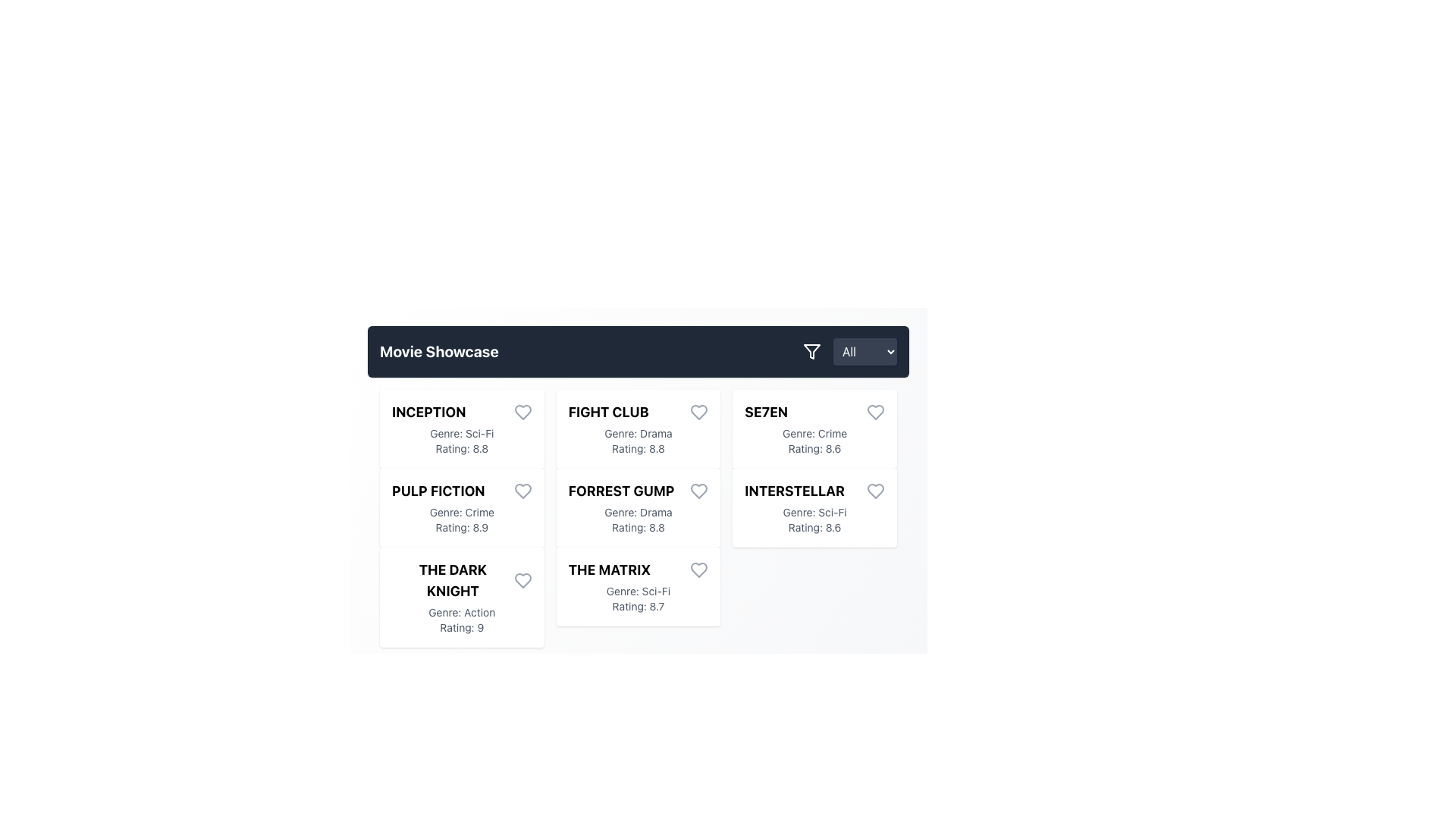 Image resolution: width=1456 pixels, height=819 pixels. I want to click on the heart-shaped icon beside 'Fight Club' to like or favorite the movie, so click(698, 412).